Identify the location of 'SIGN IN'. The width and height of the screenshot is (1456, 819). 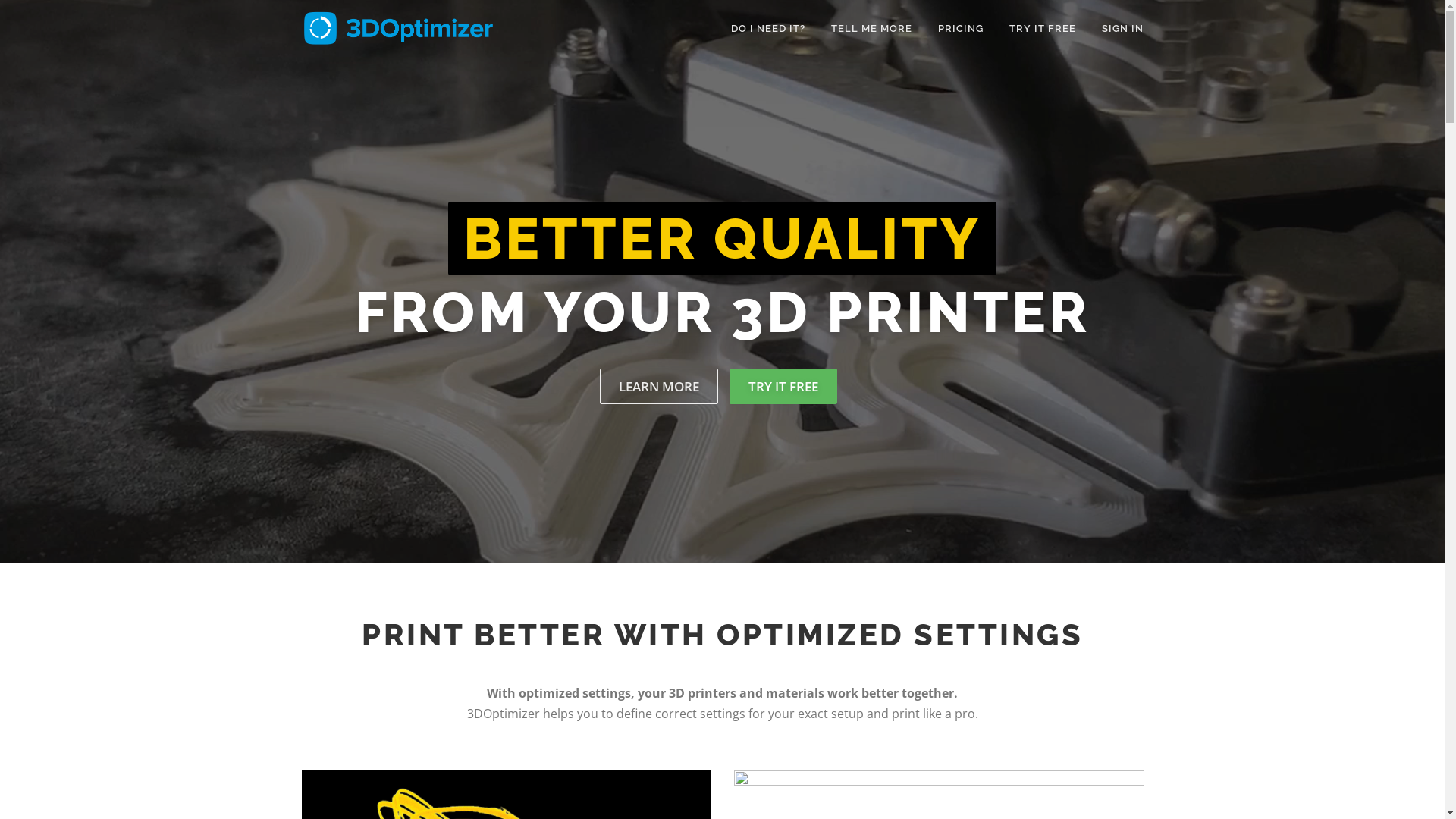
(1087, 28).